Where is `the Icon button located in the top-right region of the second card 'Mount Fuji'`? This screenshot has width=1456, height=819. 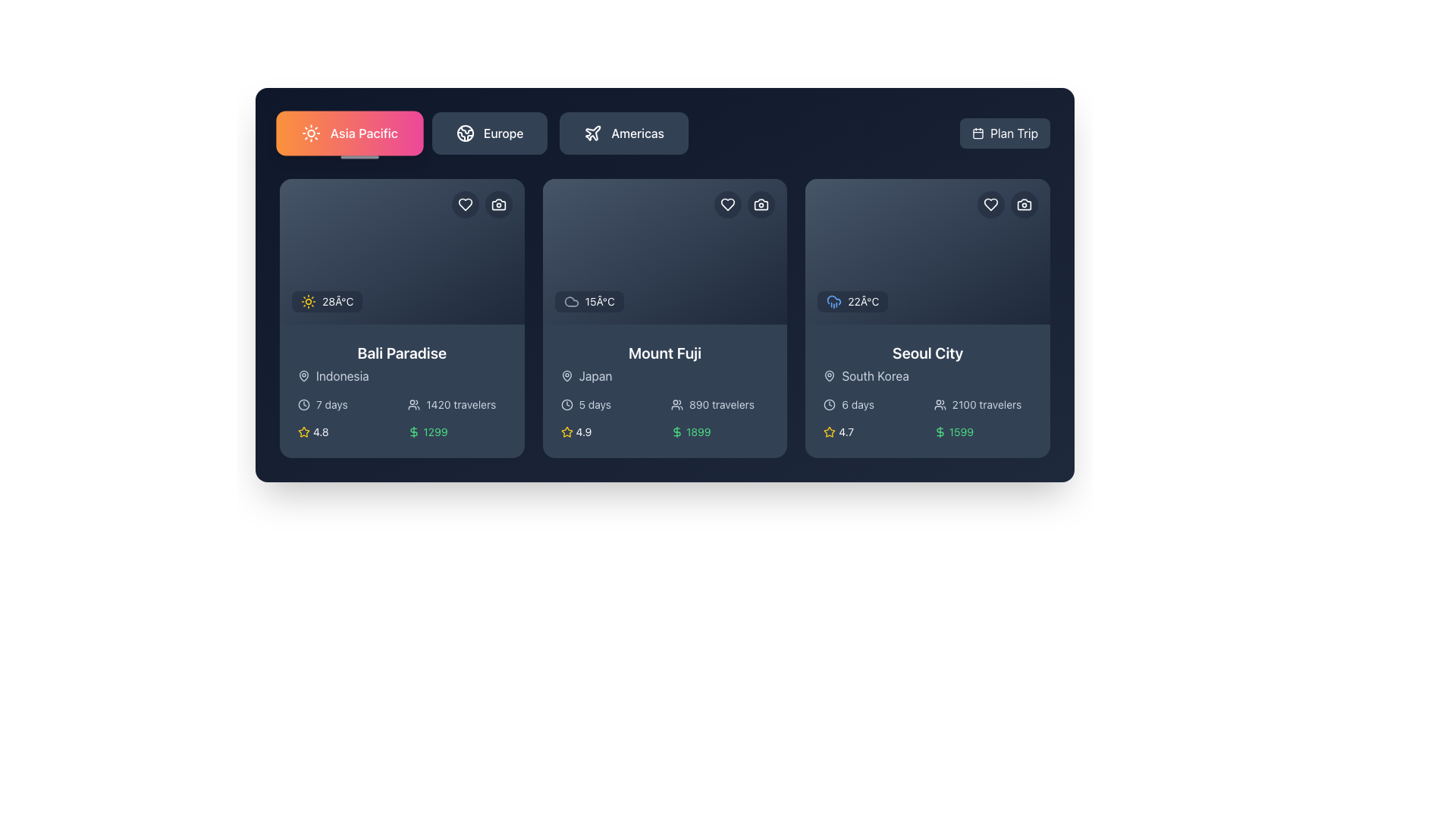
the Icon button located in the top-right region of the second card 'Mount Fuji' is located at coordinates (761, 205).